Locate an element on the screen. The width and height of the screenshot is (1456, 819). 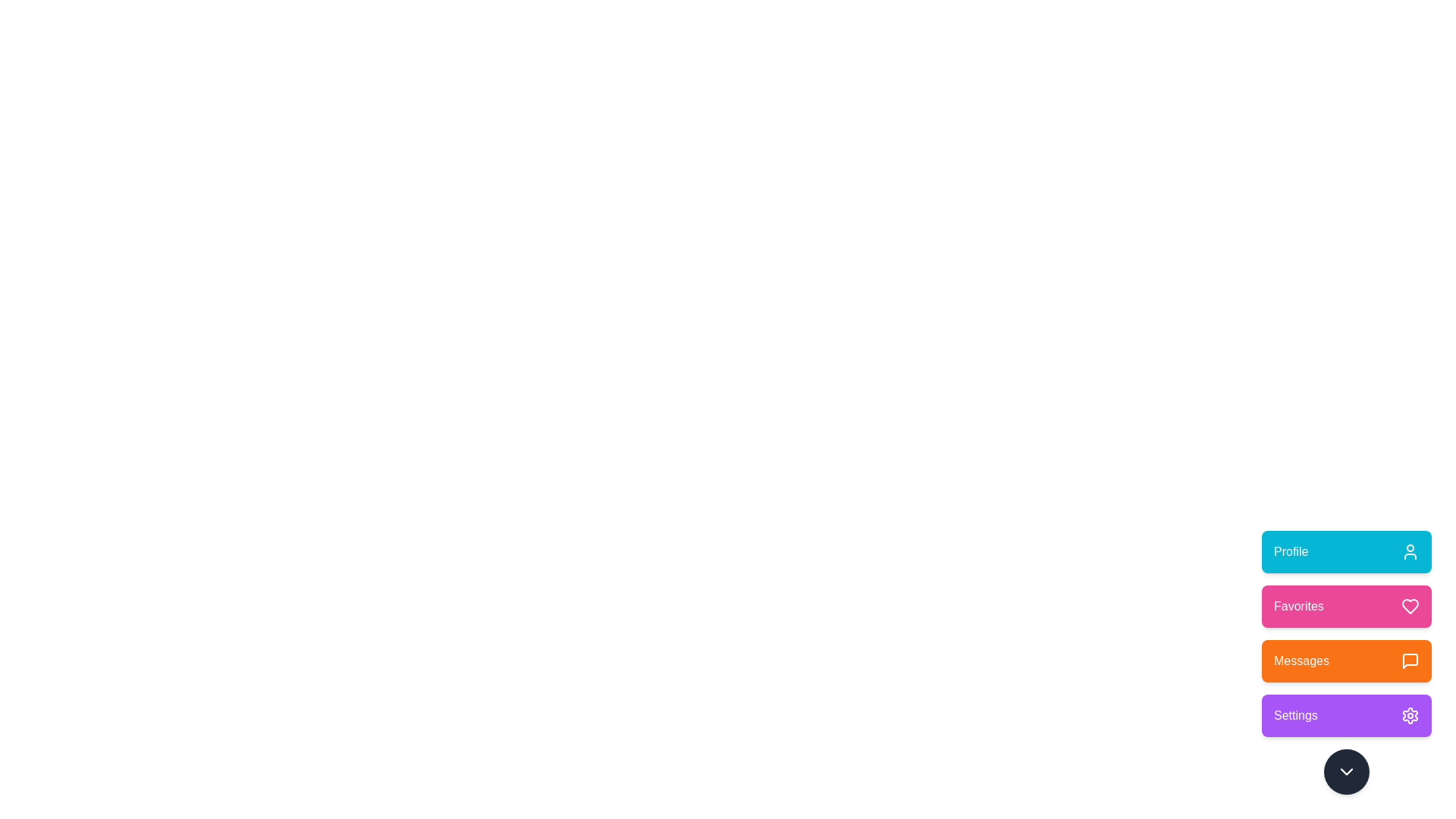
the chevron button to toggle the visibility of the speed dial menu is located at coordinates (1347, 772).